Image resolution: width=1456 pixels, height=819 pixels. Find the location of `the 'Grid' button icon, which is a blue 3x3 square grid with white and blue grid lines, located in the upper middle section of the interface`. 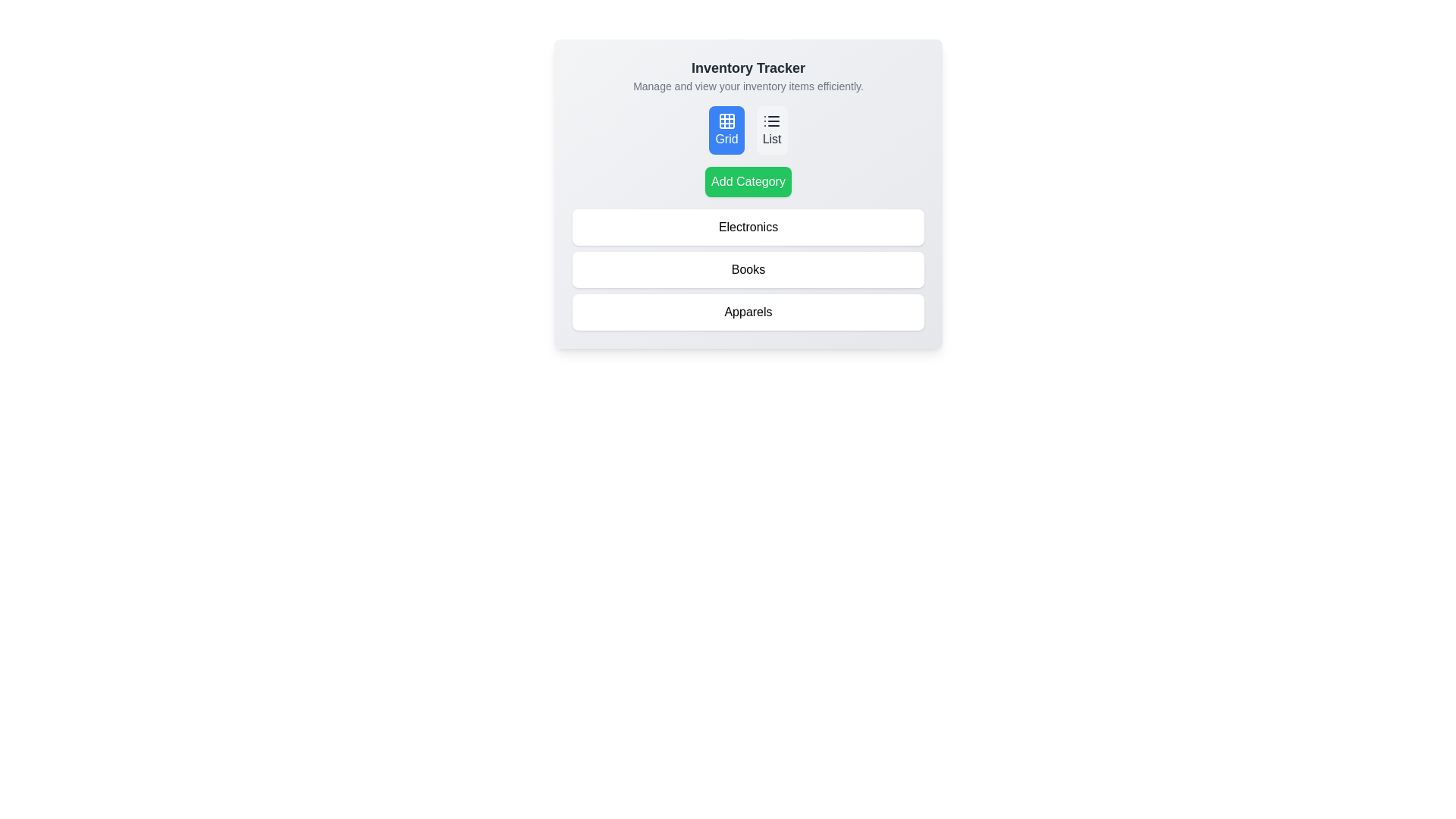

the 'Grid' button icon, which is a blue 3x3 square grid with white and blue grid lines, located in the upper middle section of the interface is located at coordinates (726, 120).